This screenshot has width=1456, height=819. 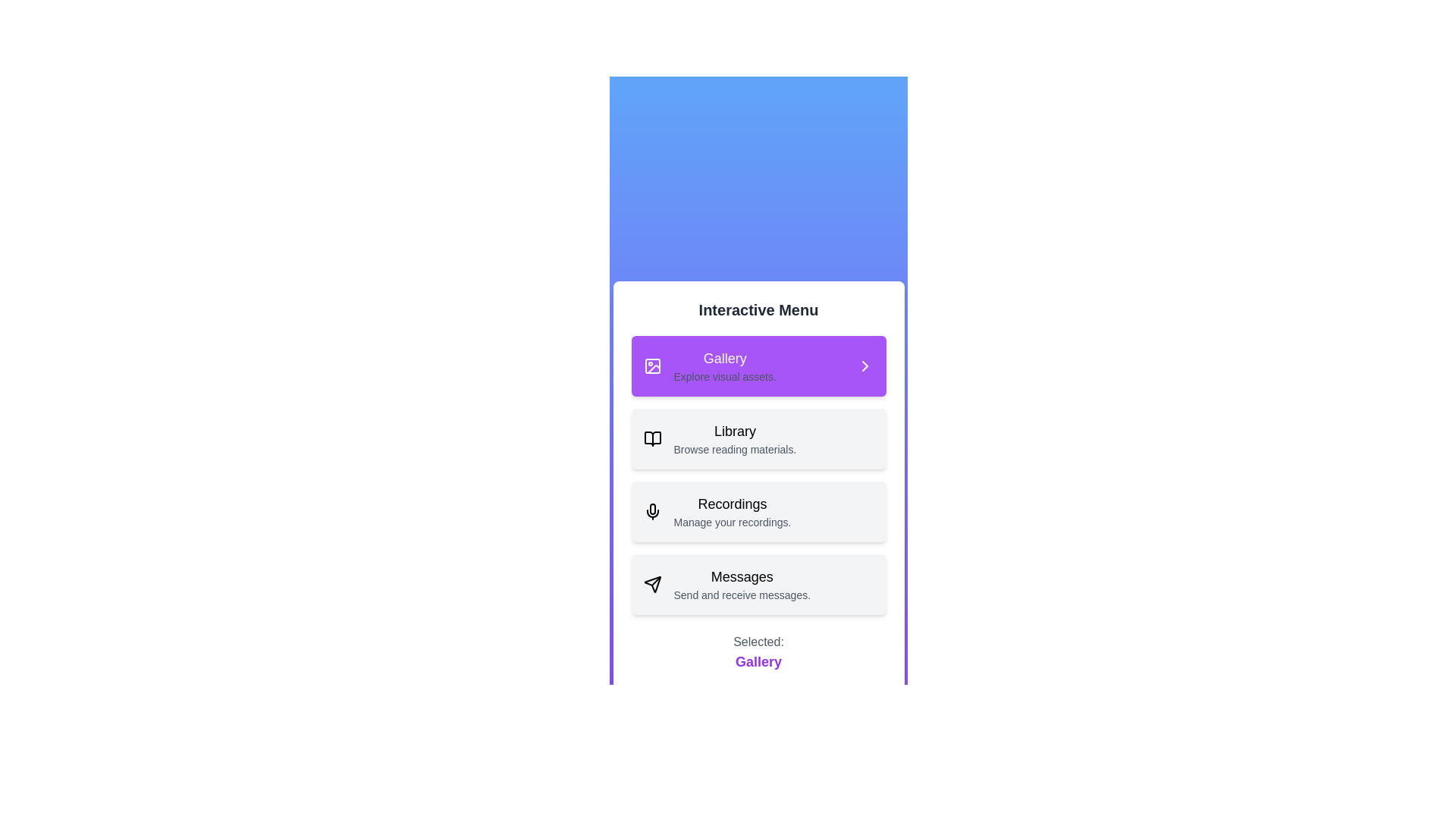 What do you see at coordinates (758, 438) in the screenshot?
I see `the menu item Library` at bounding box center [758, 438].